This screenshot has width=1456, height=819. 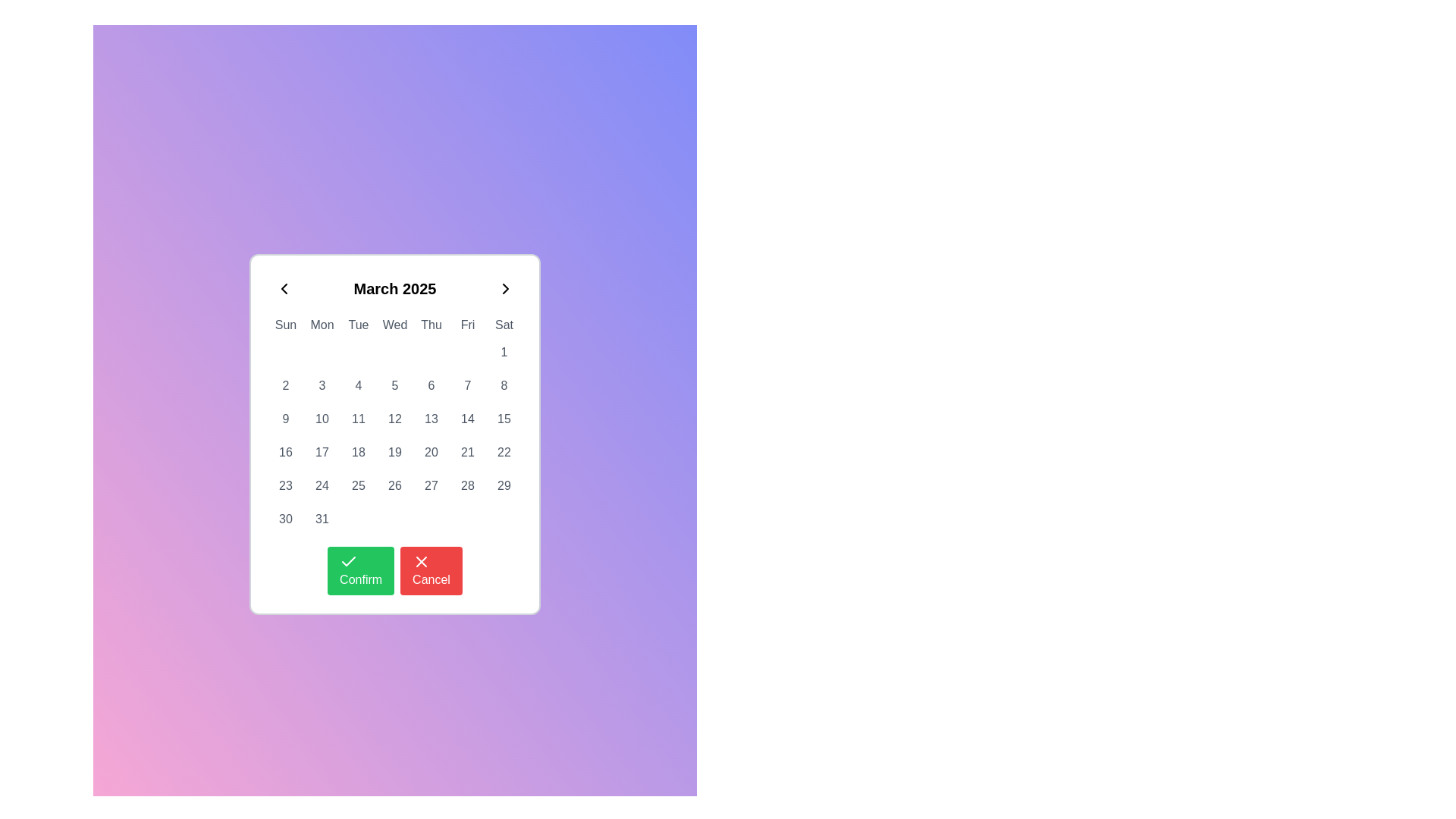 I want to click on the clickable date item representing the date '19' in the calendar interface, located in the fifth row under the 'Wed' column header, so click(x=395, y=452).